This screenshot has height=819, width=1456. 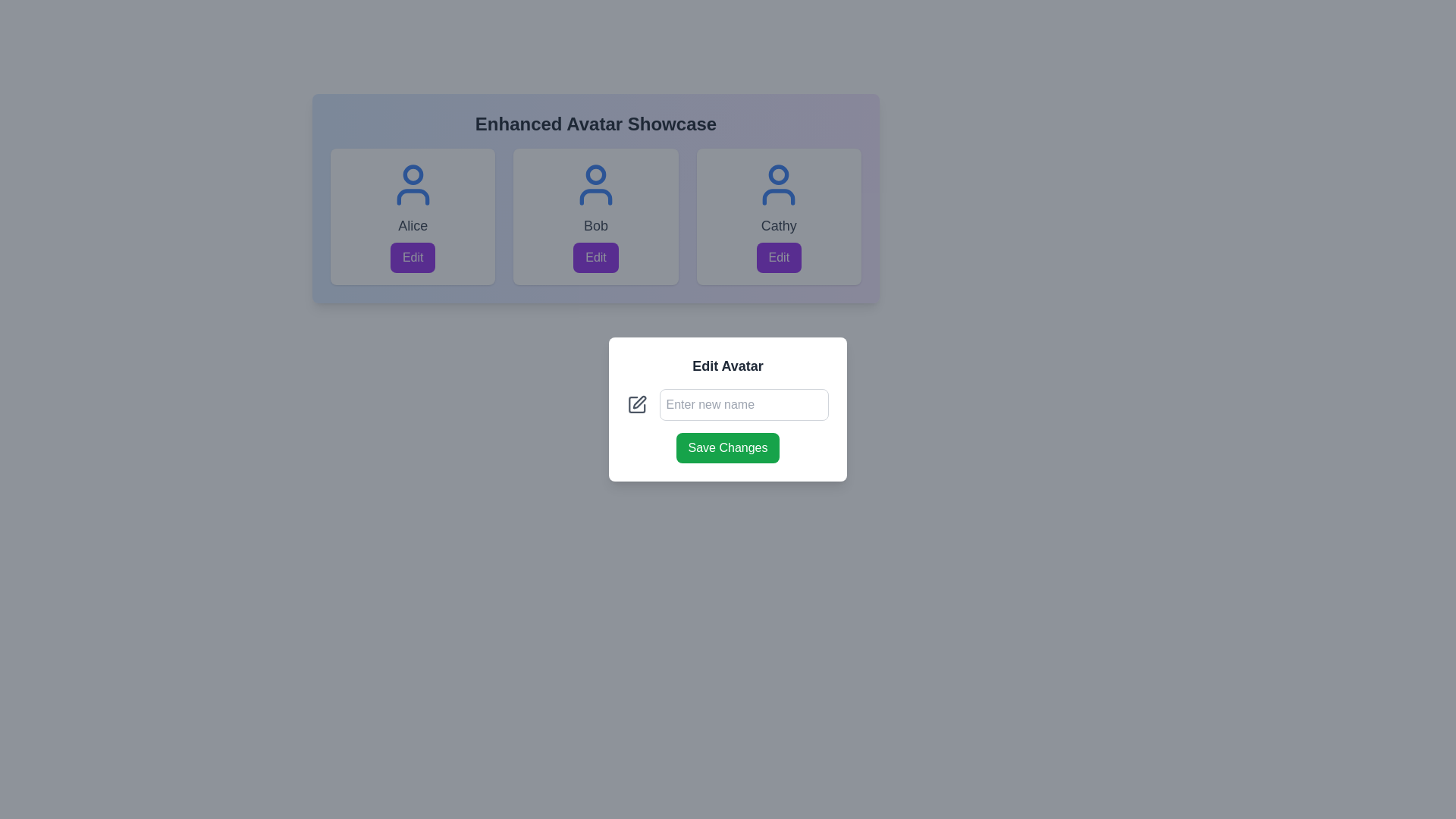 I want to click on the details of the icon associated with the input field labeled 'Enter new name', located at the top-left corner of the input field in the centered modal labeled 'Edit Avatar', so click(x=637, y=403).